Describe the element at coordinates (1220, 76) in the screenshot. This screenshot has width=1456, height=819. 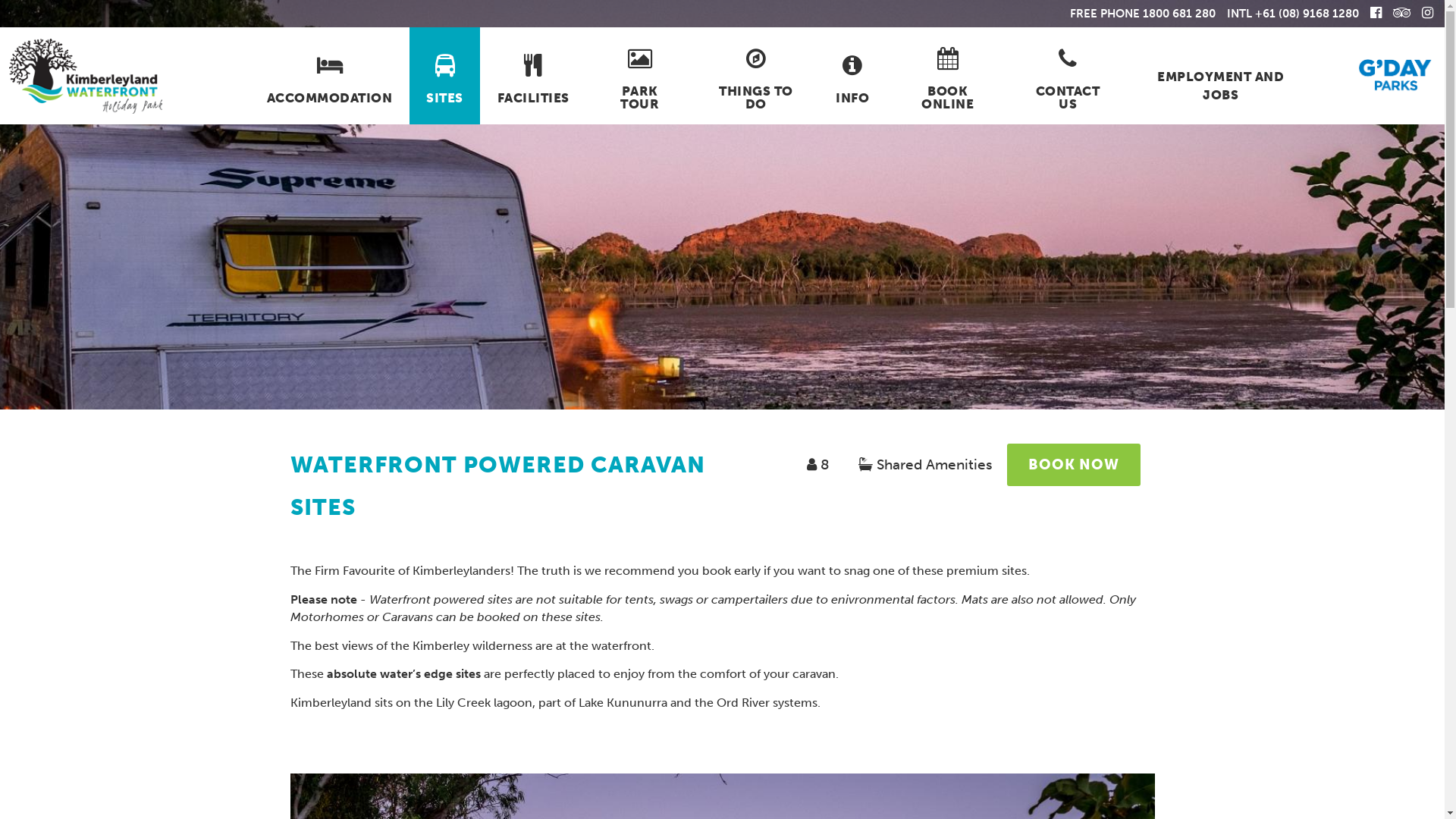
I see `'EMPLOYMENT AND JOBS'` at that location.